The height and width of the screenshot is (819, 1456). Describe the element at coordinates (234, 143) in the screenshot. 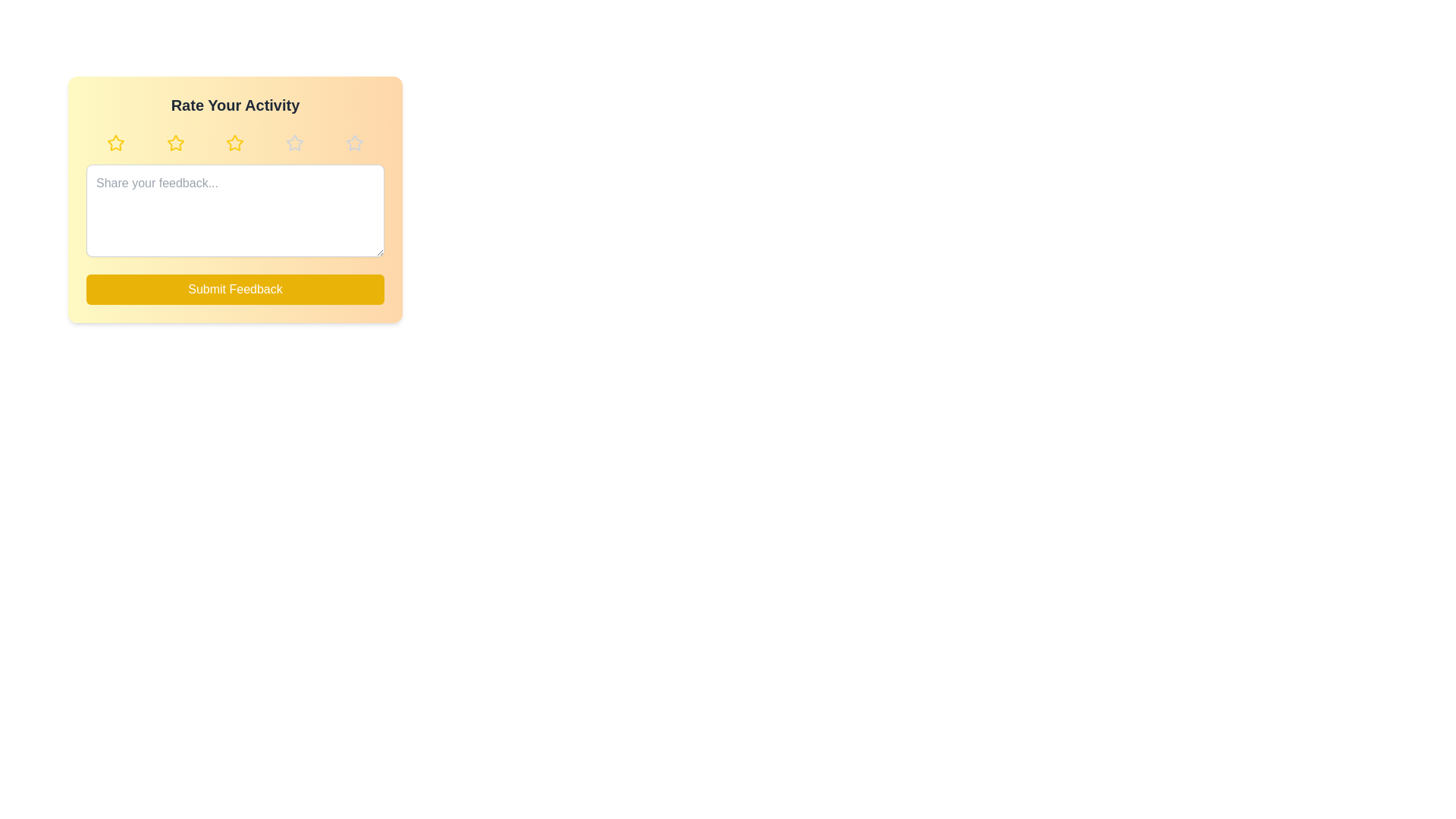

I see `the rating to 3 stars by clicking the corresponding star` at that location.